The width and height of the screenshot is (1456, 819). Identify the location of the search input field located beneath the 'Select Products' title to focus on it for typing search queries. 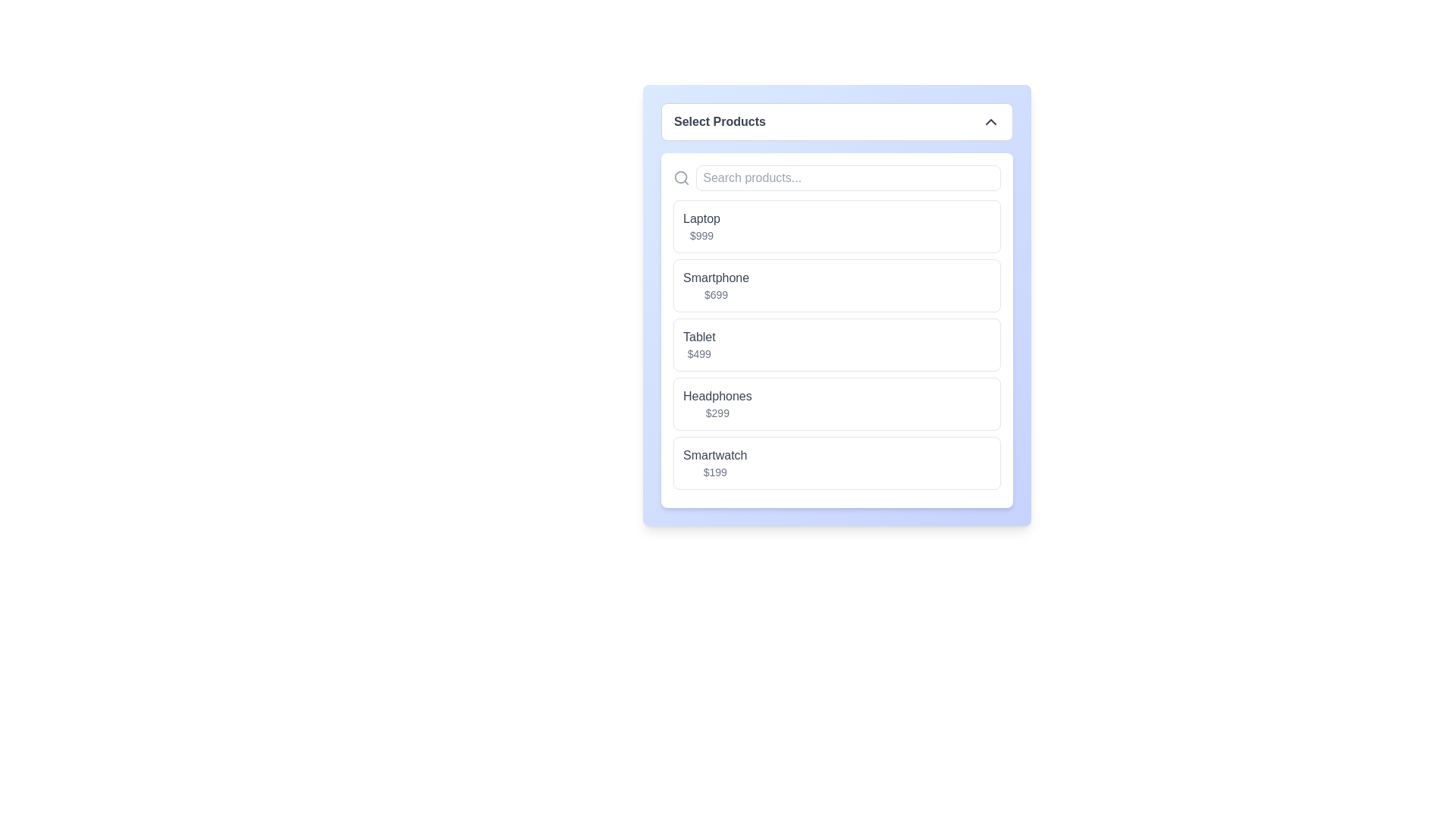
(848, 177).